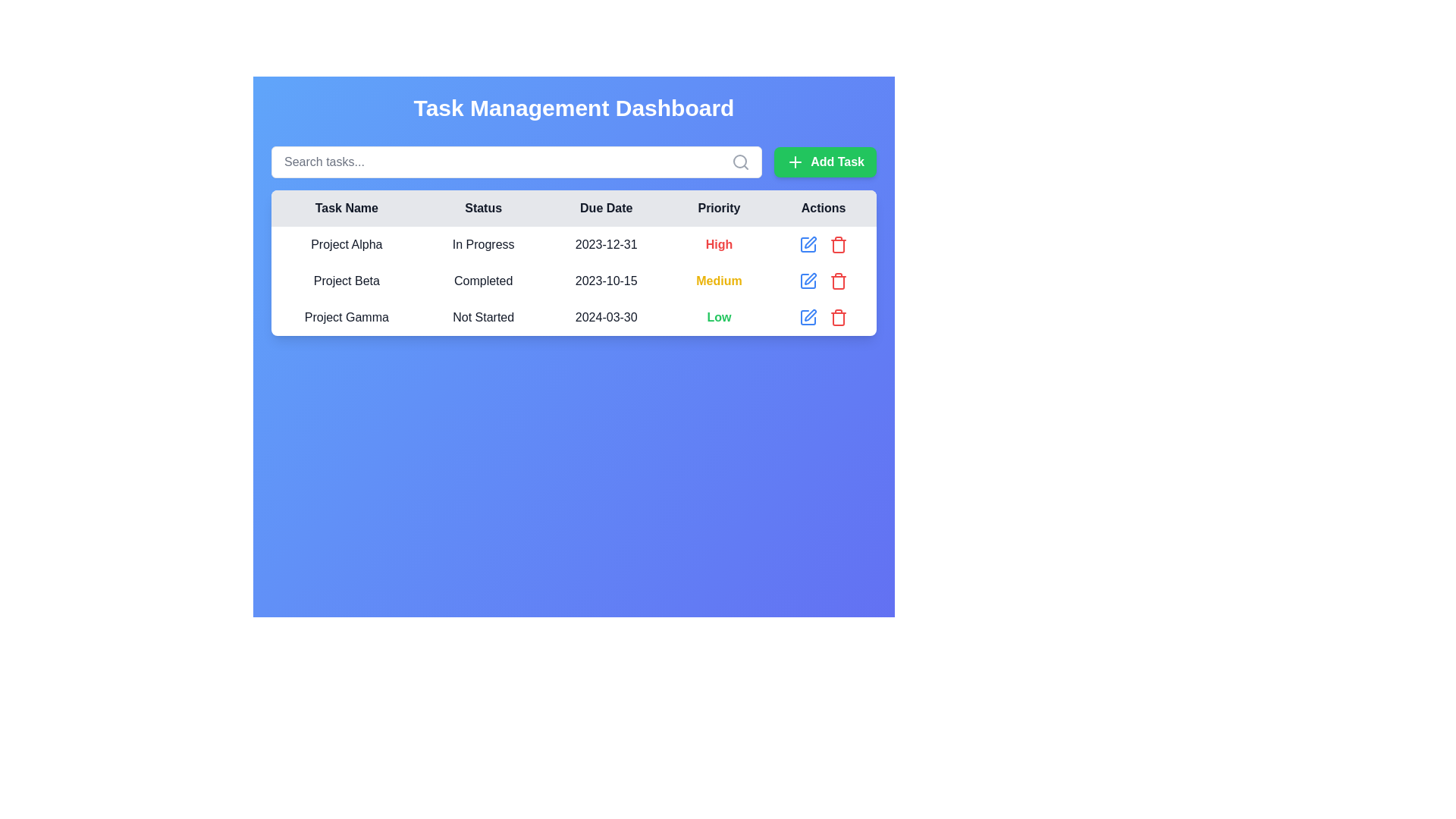 This screenshot has height=819, width=1456. What do you see at coordinates (482, 208) in the screenshot?
I see `the Table header cell displaying 'Status' in bold font, which is the second column header in the table and positioned between 'Task Name' and 'Due Date'` at bounding box center [482, 208].